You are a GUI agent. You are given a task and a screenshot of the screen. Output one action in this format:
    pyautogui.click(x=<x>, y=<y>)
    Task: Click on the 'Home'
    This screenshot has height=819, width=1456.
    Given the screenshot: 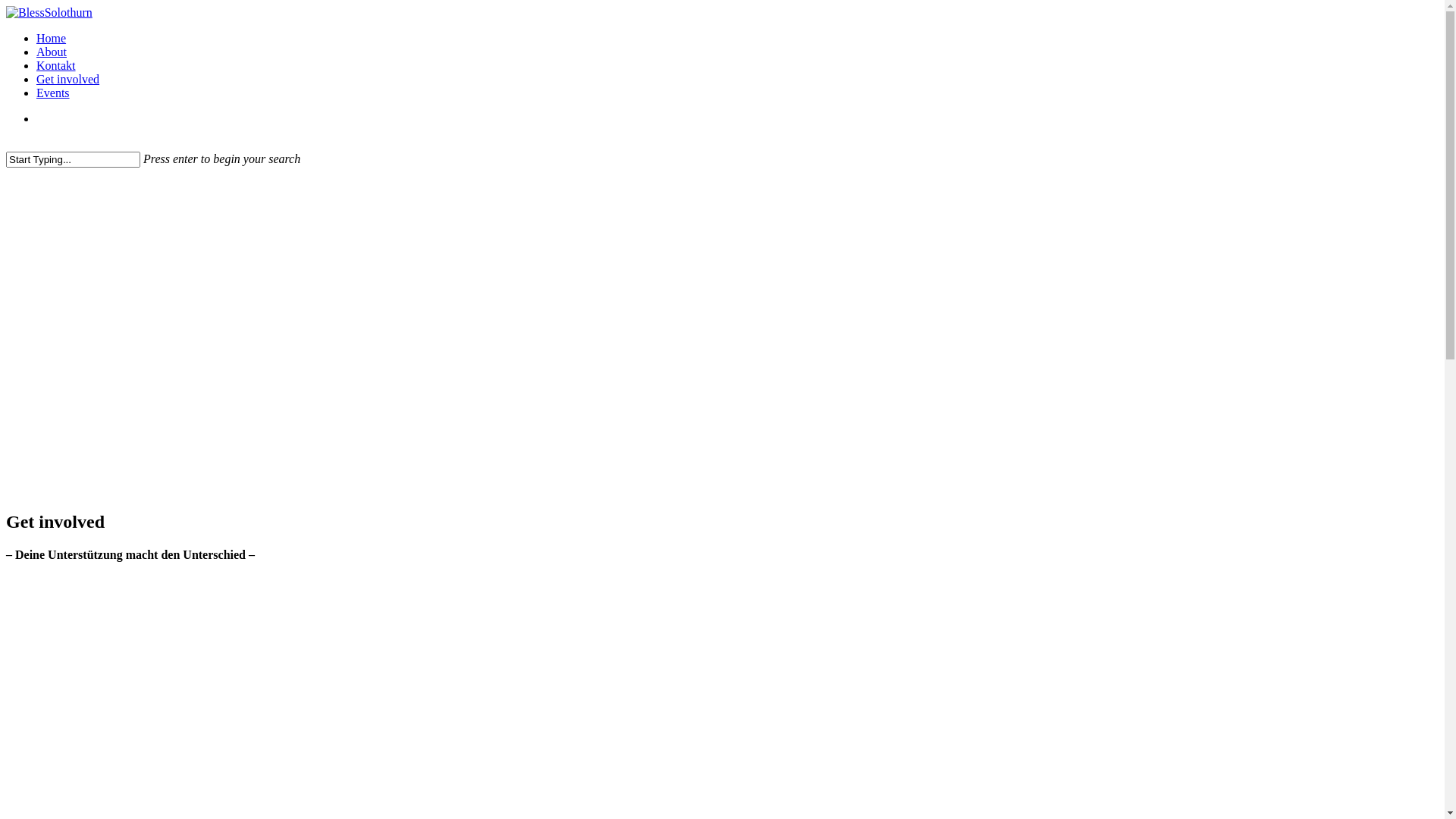 What is the action you would take?
    pyautogui.click(x=51, y=37)
    